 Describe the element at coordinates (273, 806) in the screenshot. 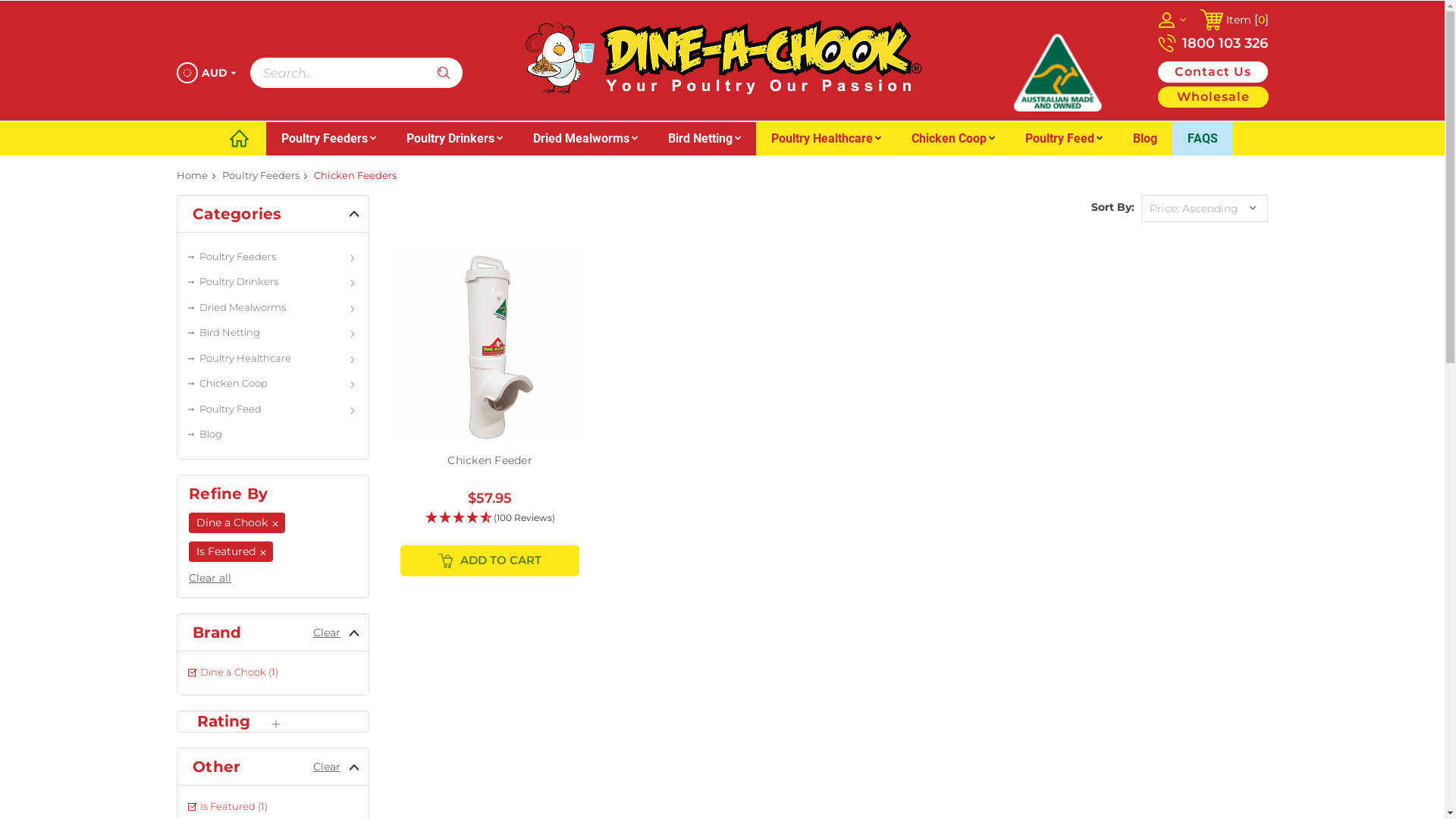

I see `'Is Featured (1)'` at that location.